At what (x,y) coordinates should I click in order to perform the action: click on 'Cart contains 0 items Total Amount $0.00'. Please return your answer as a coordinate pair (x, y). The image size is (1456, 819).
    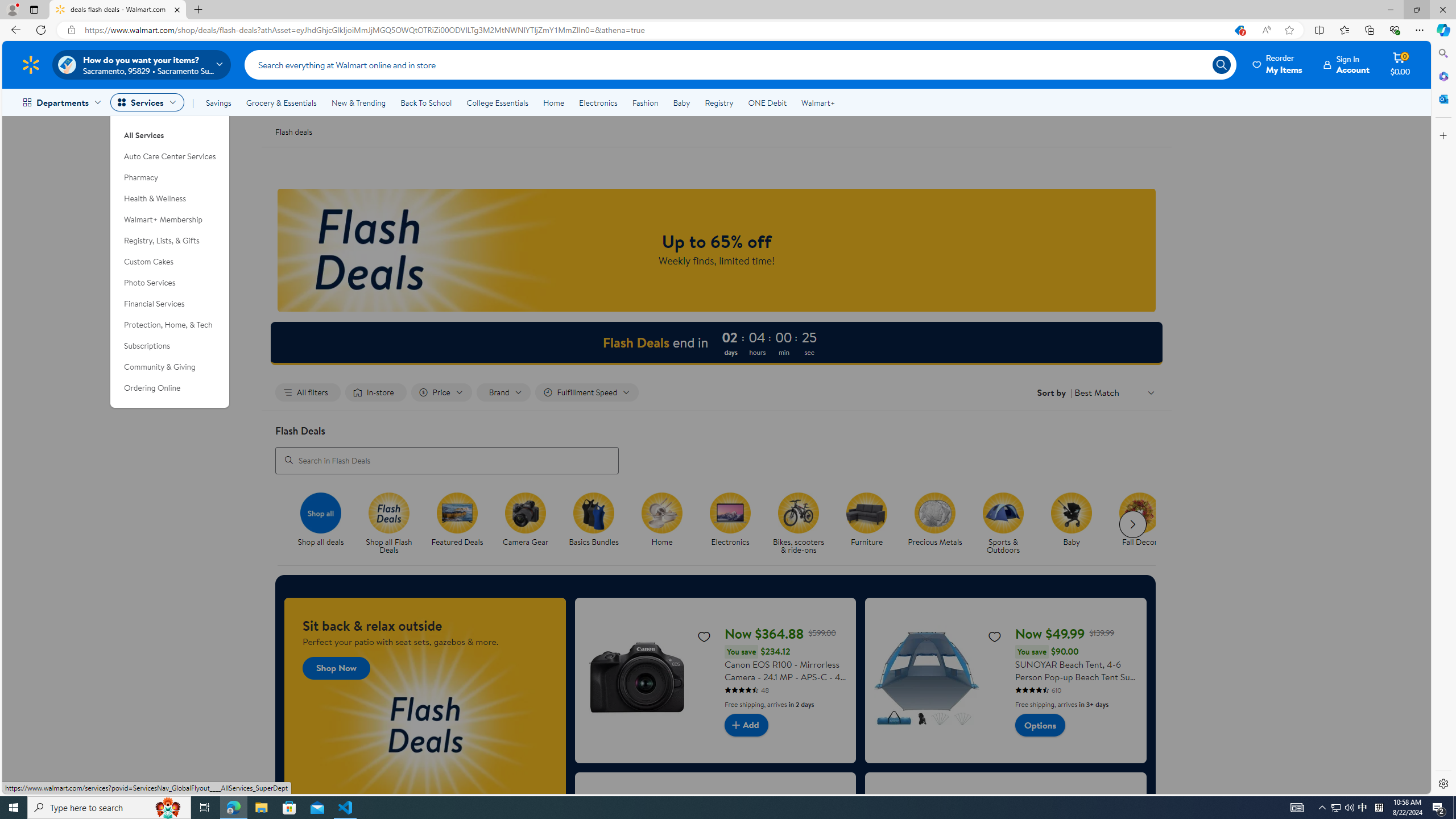
    Looking at the image, I should click on (1400, 64).